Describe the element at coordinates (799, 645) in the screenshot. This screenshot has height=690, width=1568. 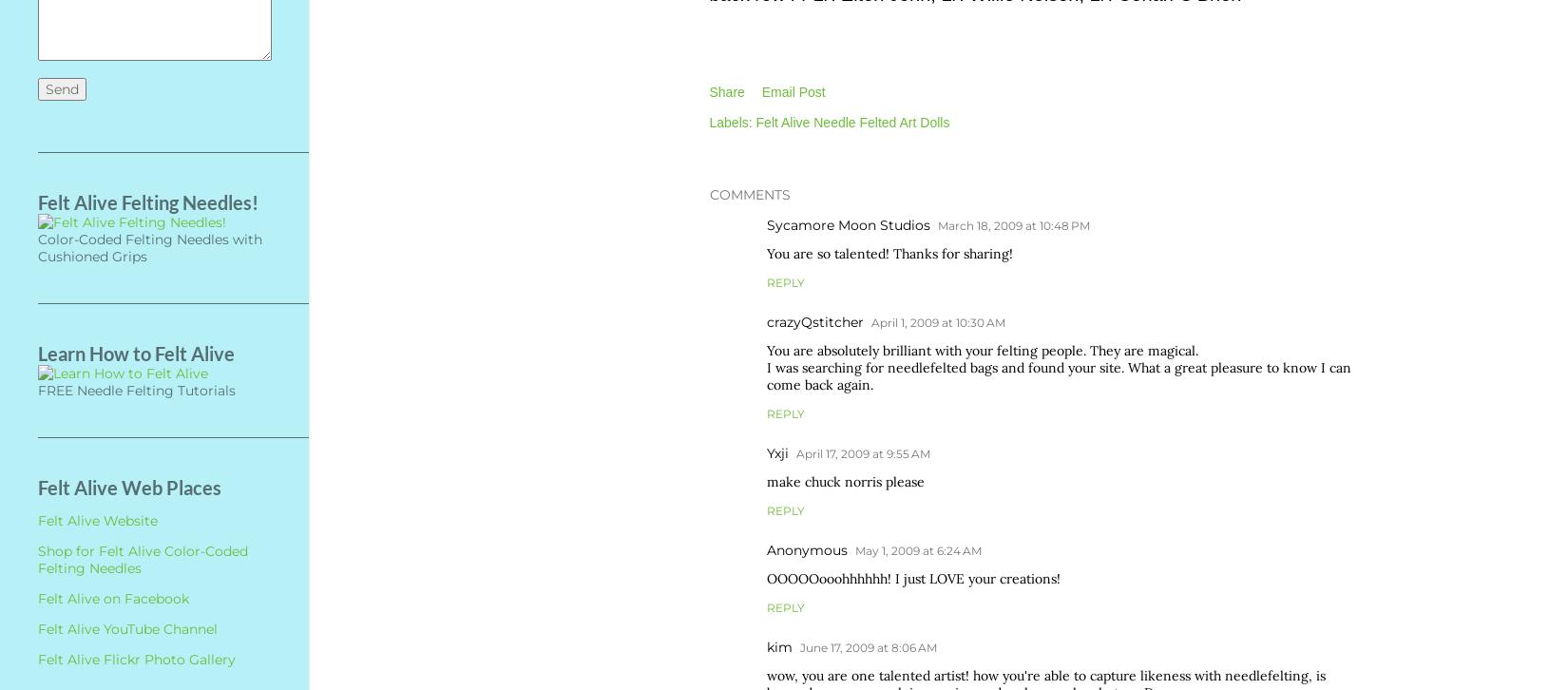
I see `'June 17, 2009 at 8:06 AM'` at that location.